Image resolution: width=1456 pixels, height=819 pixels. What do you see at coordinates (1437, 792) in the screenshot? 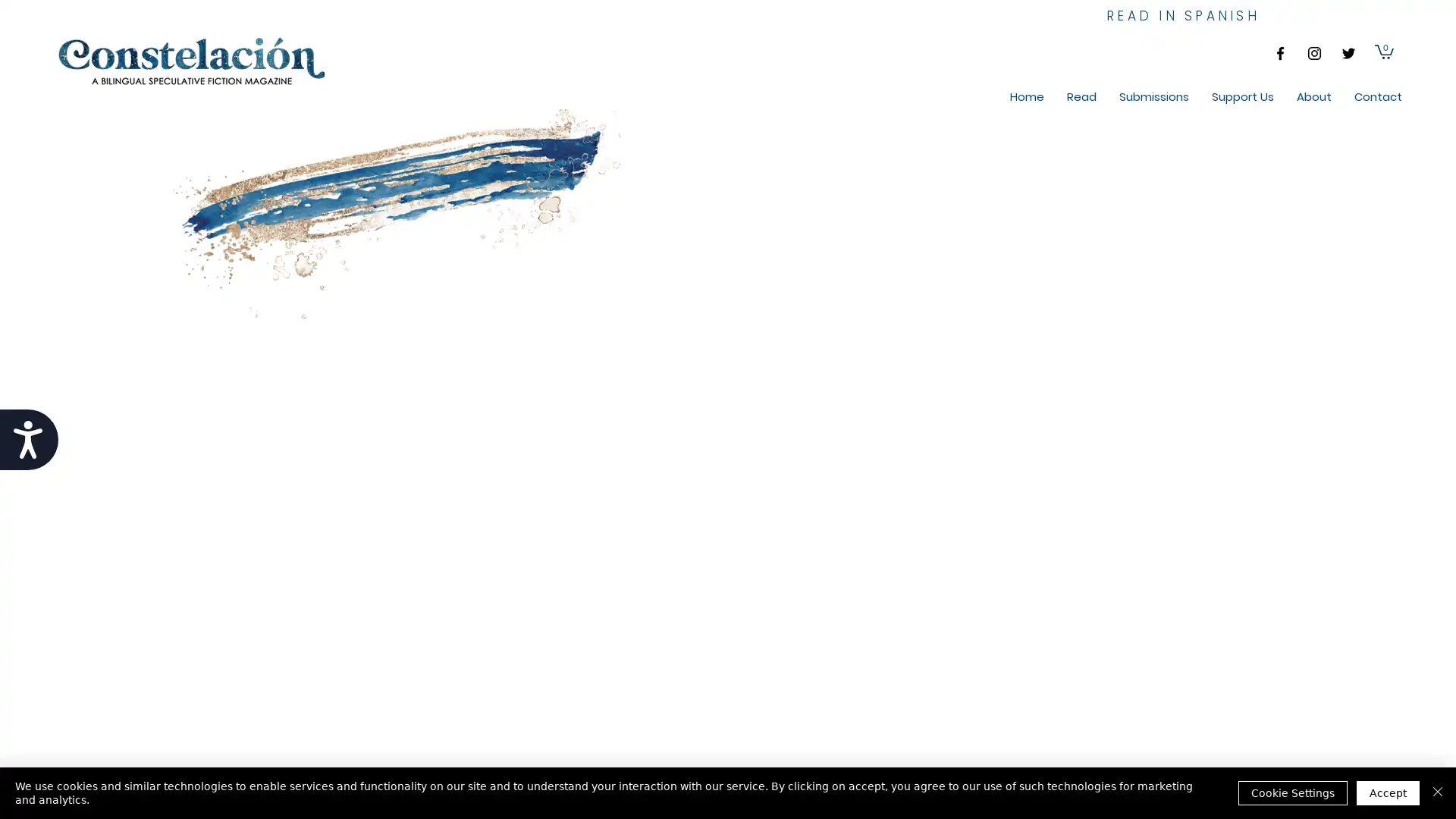
I see `Close` at bounding box center [1437, 792].